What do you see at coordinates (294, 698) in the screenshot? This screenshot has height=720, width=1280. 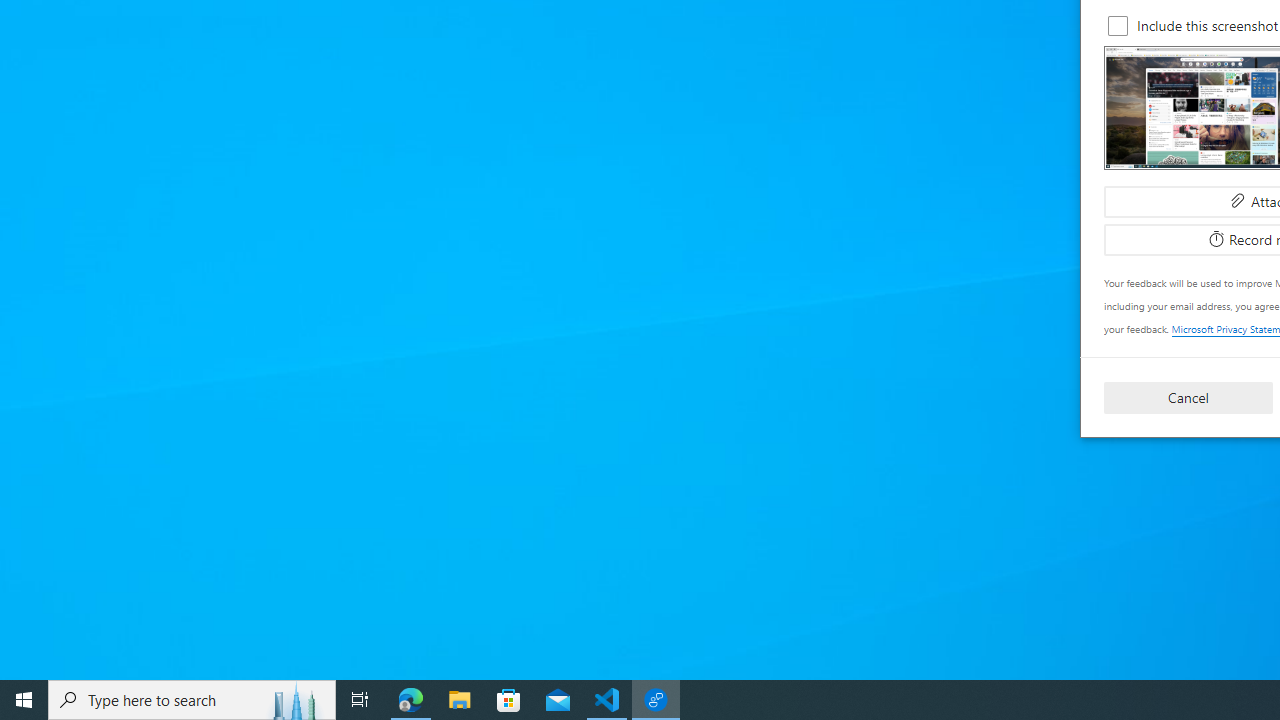 I see `'Search highlights icon opens search home window'` at bounding box center [294, 698].